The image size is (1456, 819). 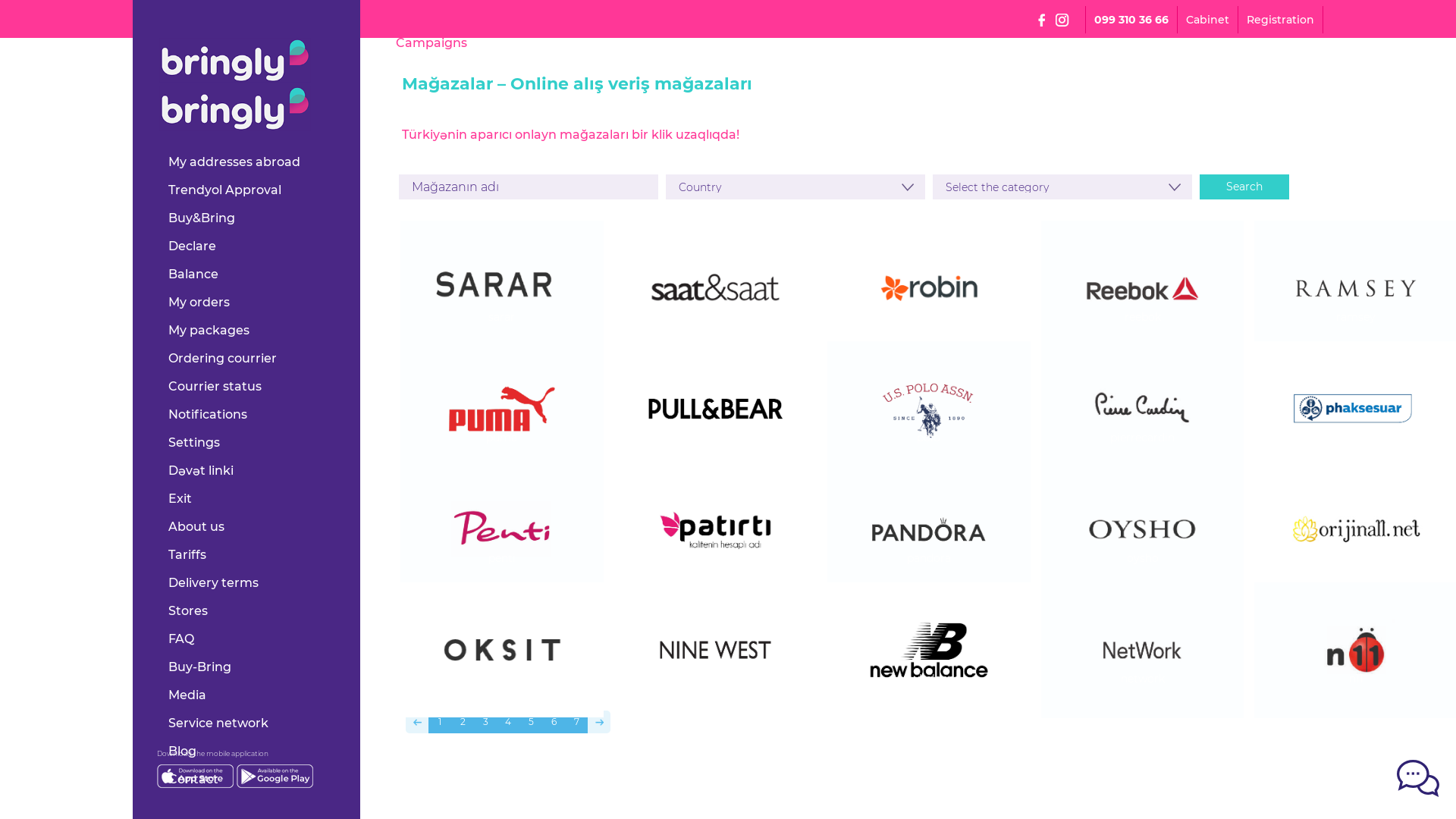 I want to click on 'polo', so click(x=927, y=438).